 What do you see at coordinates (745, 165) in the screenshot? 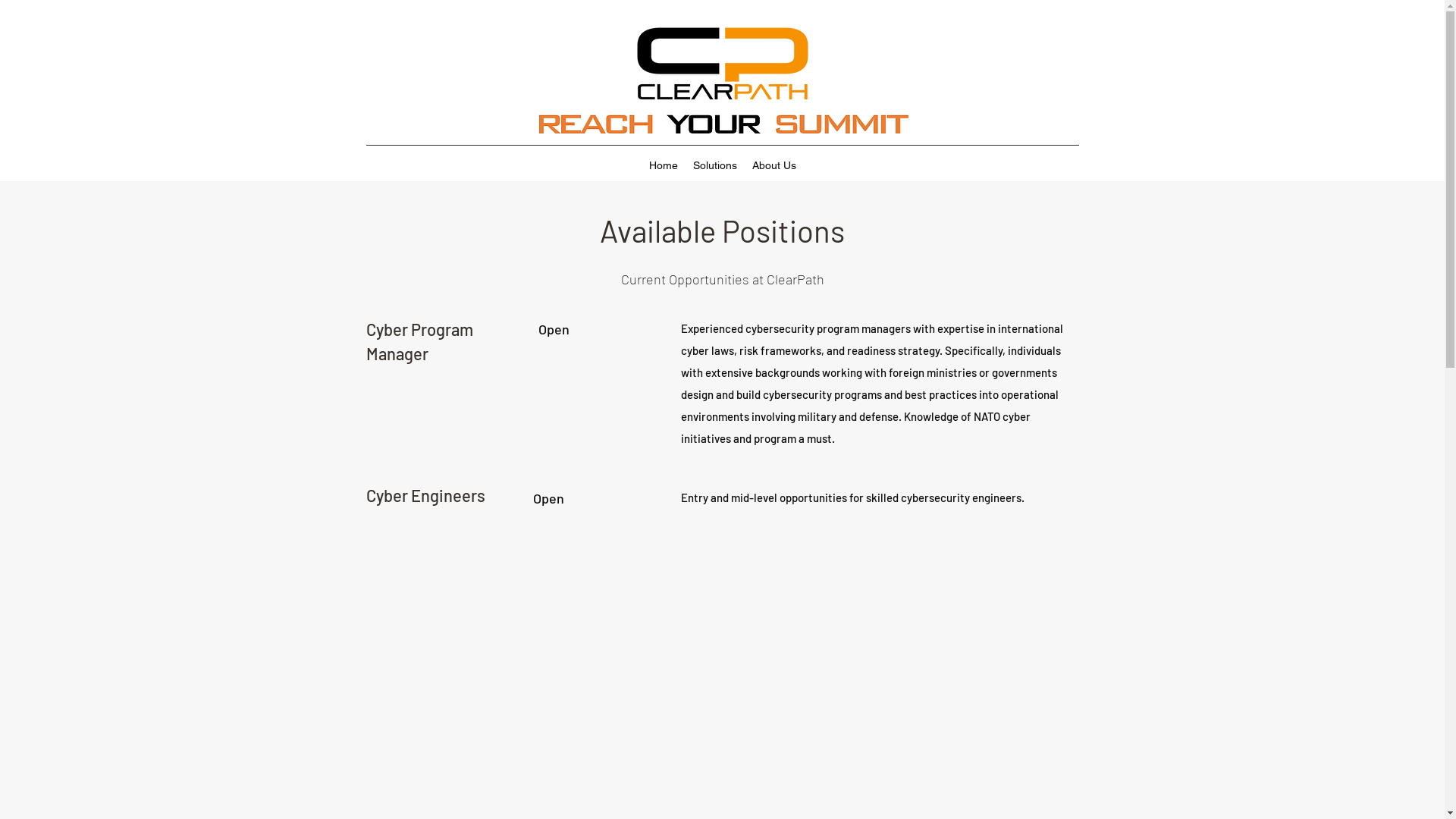
I see `'About Us'` at bounding box center [745, 165].